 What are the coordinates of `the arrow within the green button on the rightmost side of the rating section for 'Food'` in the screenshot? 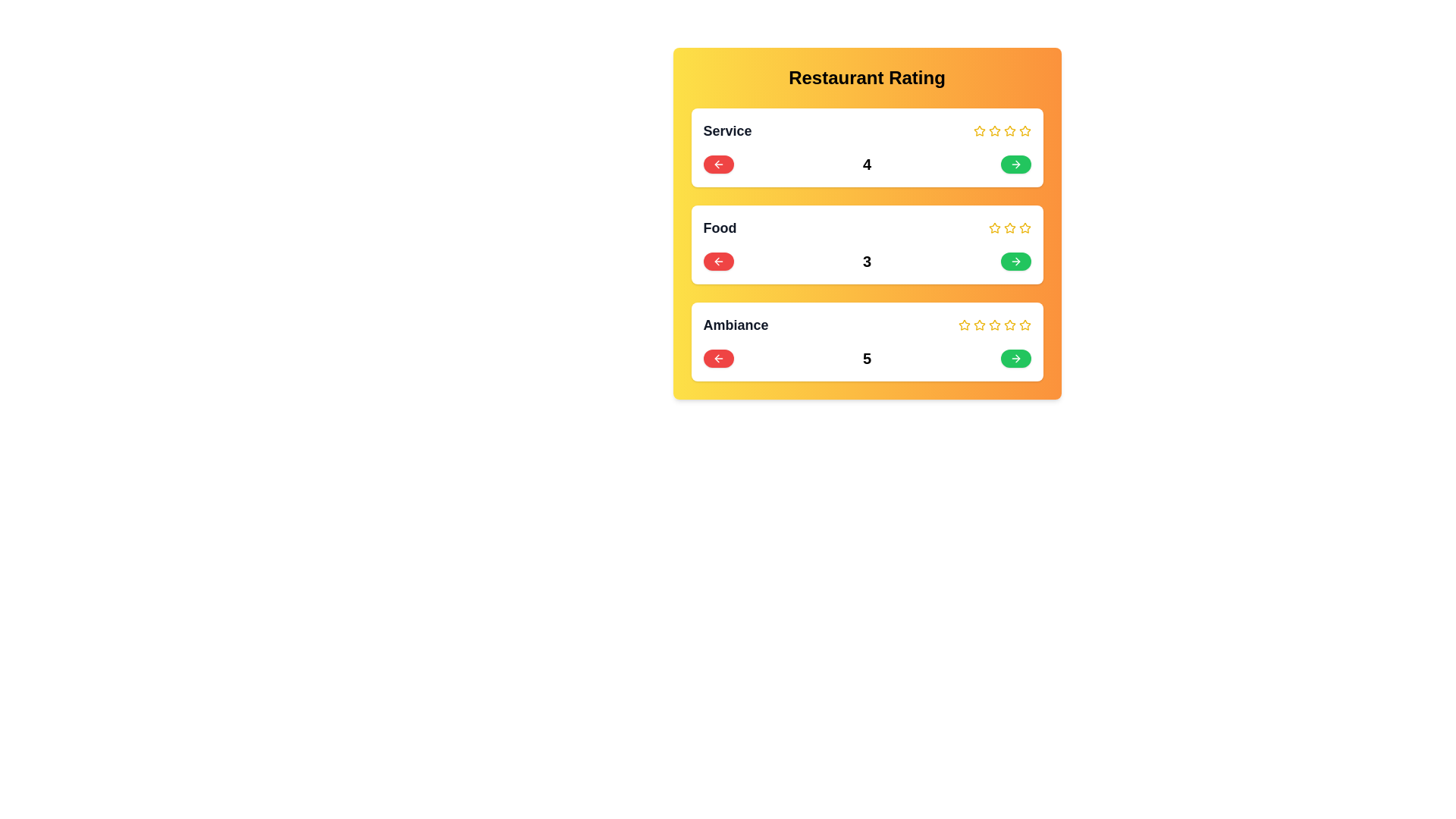 It's located at (1015, 260).